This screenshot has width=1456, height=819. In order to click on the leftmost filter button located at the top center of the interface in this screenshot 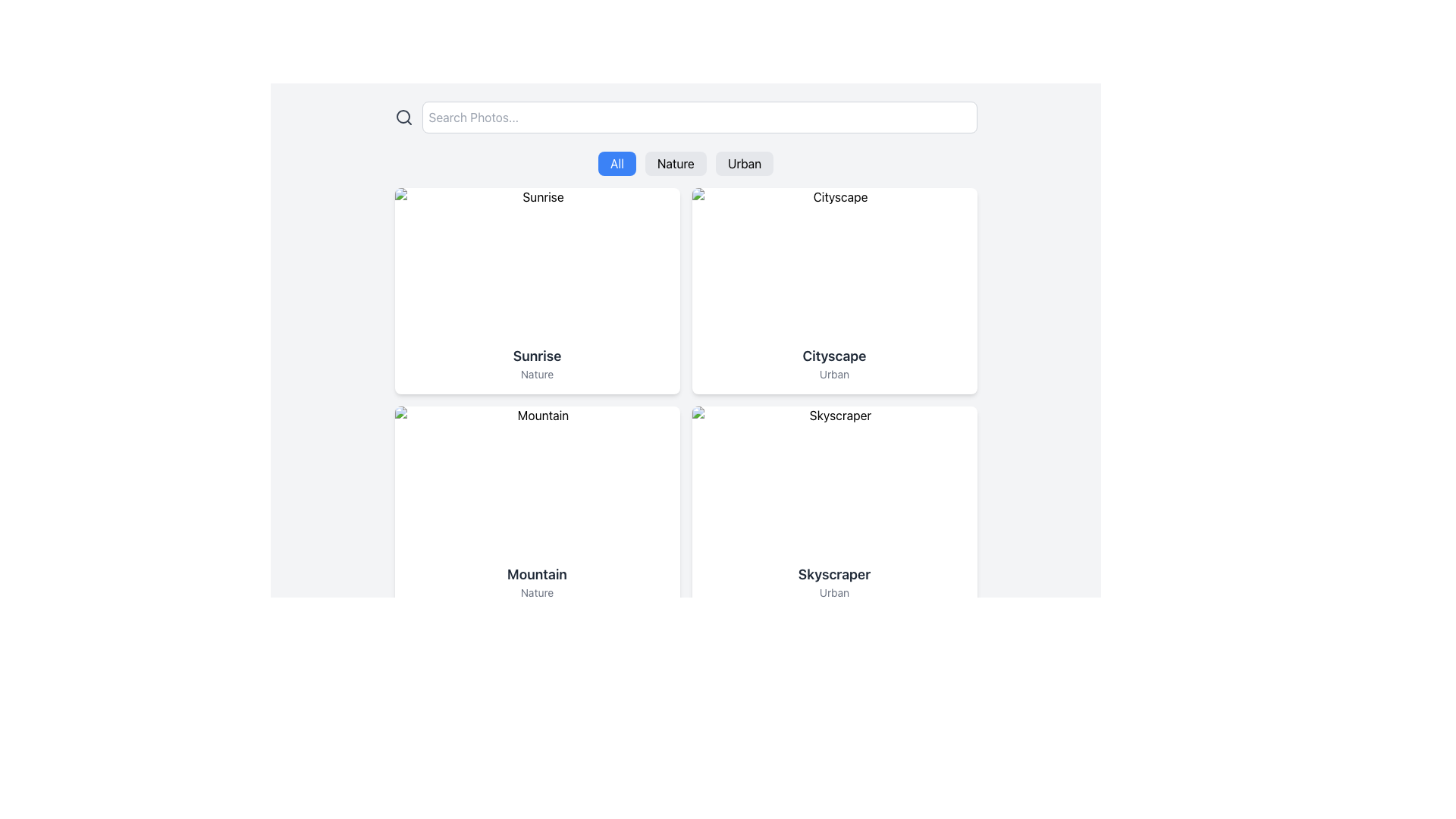, I will do `click(617, 164)`.